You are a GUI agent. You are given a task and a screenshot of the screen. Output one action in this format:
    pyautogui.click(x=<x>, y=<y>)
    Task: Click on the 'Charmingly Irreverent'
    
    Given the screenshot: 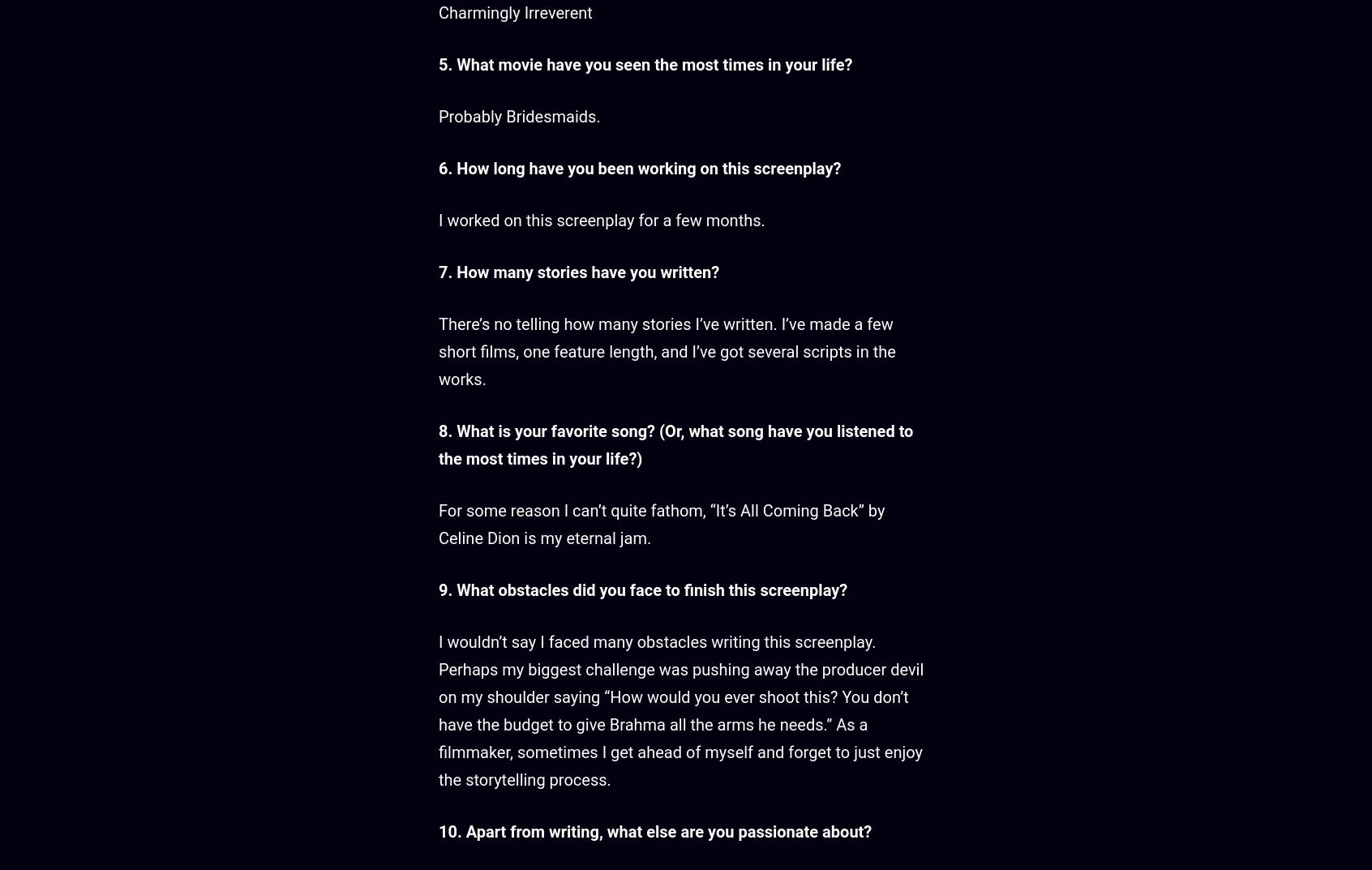 What is the action you would take?
    pyautogui.click(x=438, y=11)
    